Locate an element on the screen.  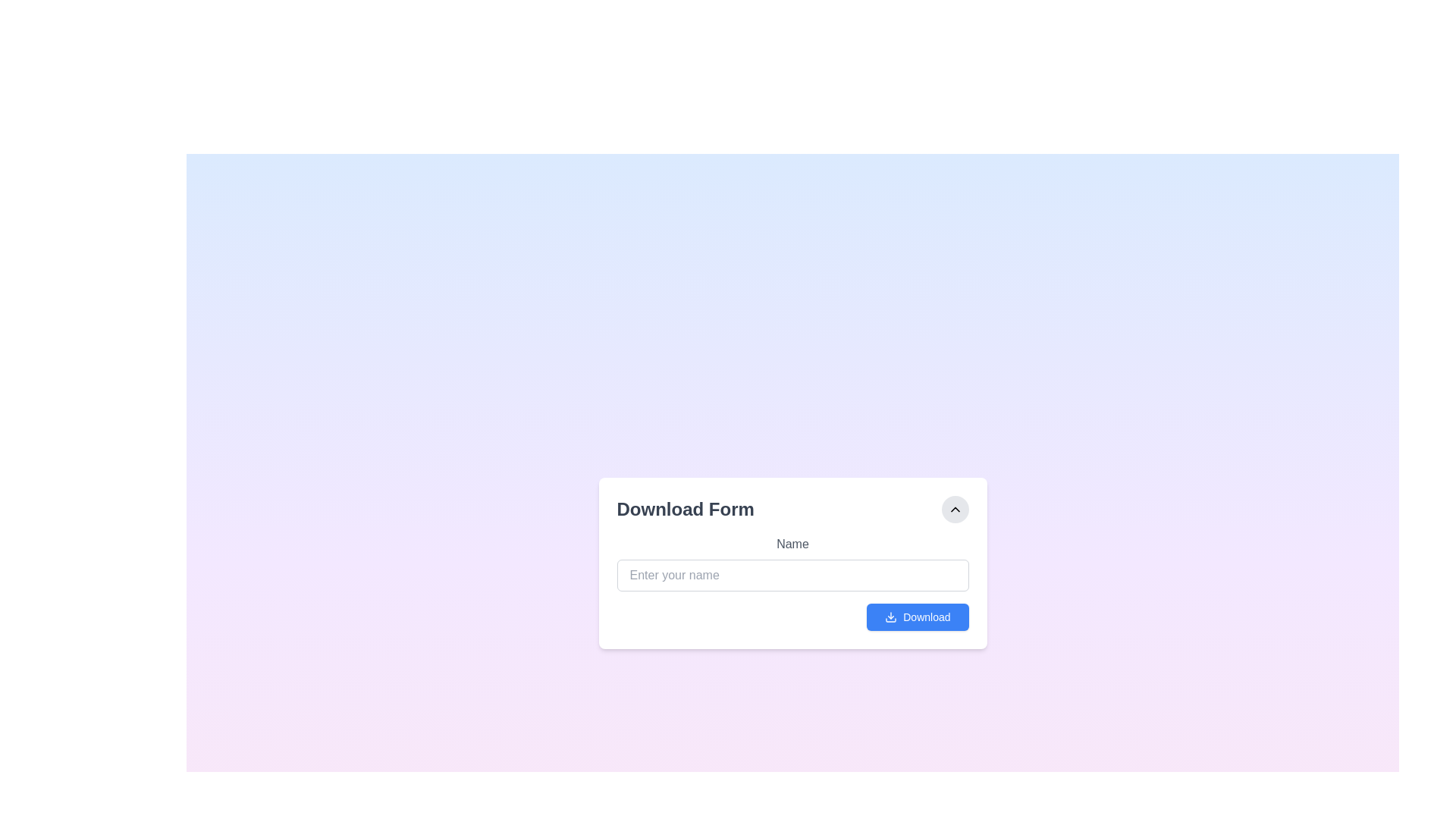
the blue 'Download' button with white text and a download arrow icon located at the bottom right corner of the 'Download Form' card to initiate the download is located at coordinates (917, 617).